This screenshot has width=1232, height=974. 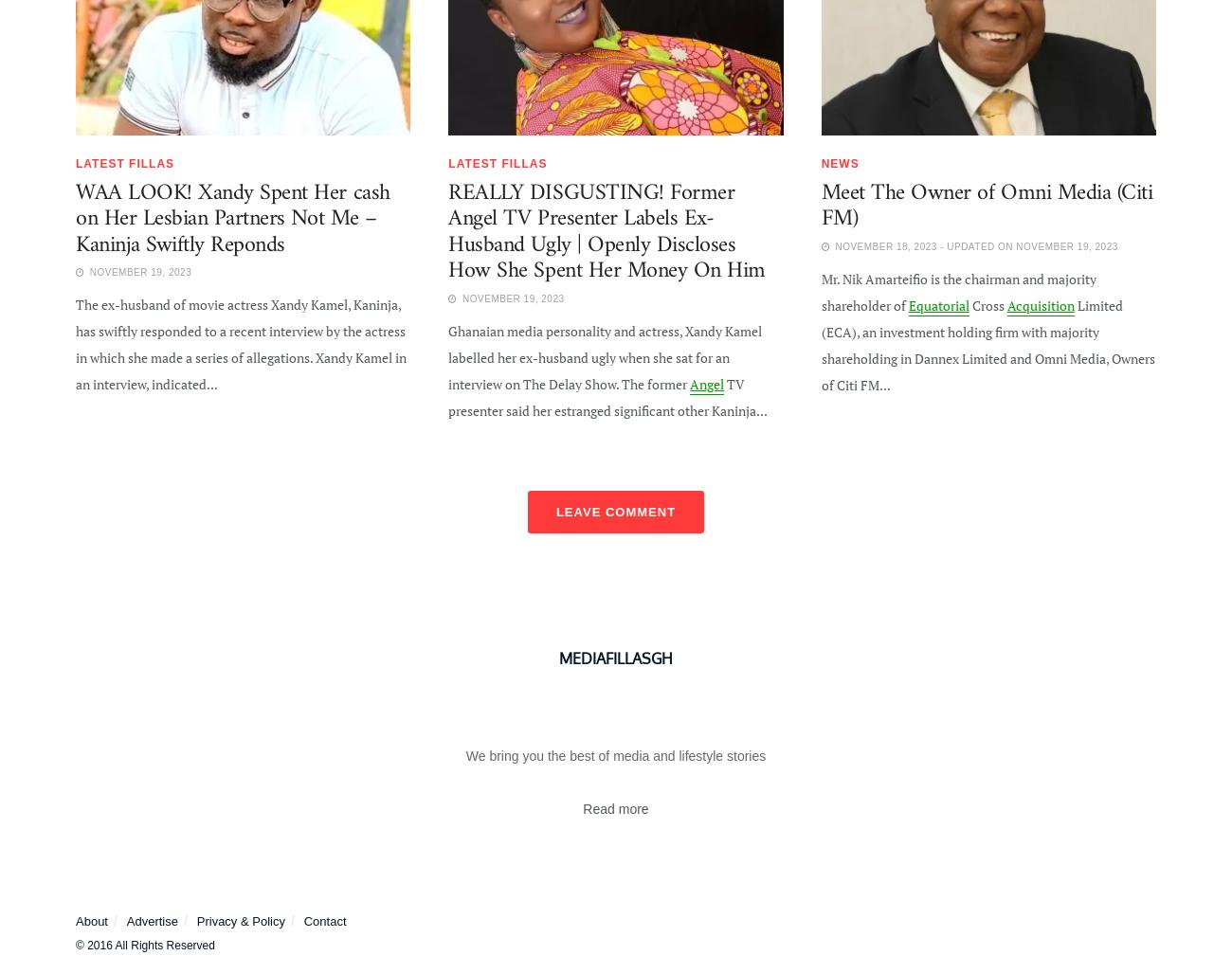 I want to click on 'Advertise', so click(x=151, y=920).